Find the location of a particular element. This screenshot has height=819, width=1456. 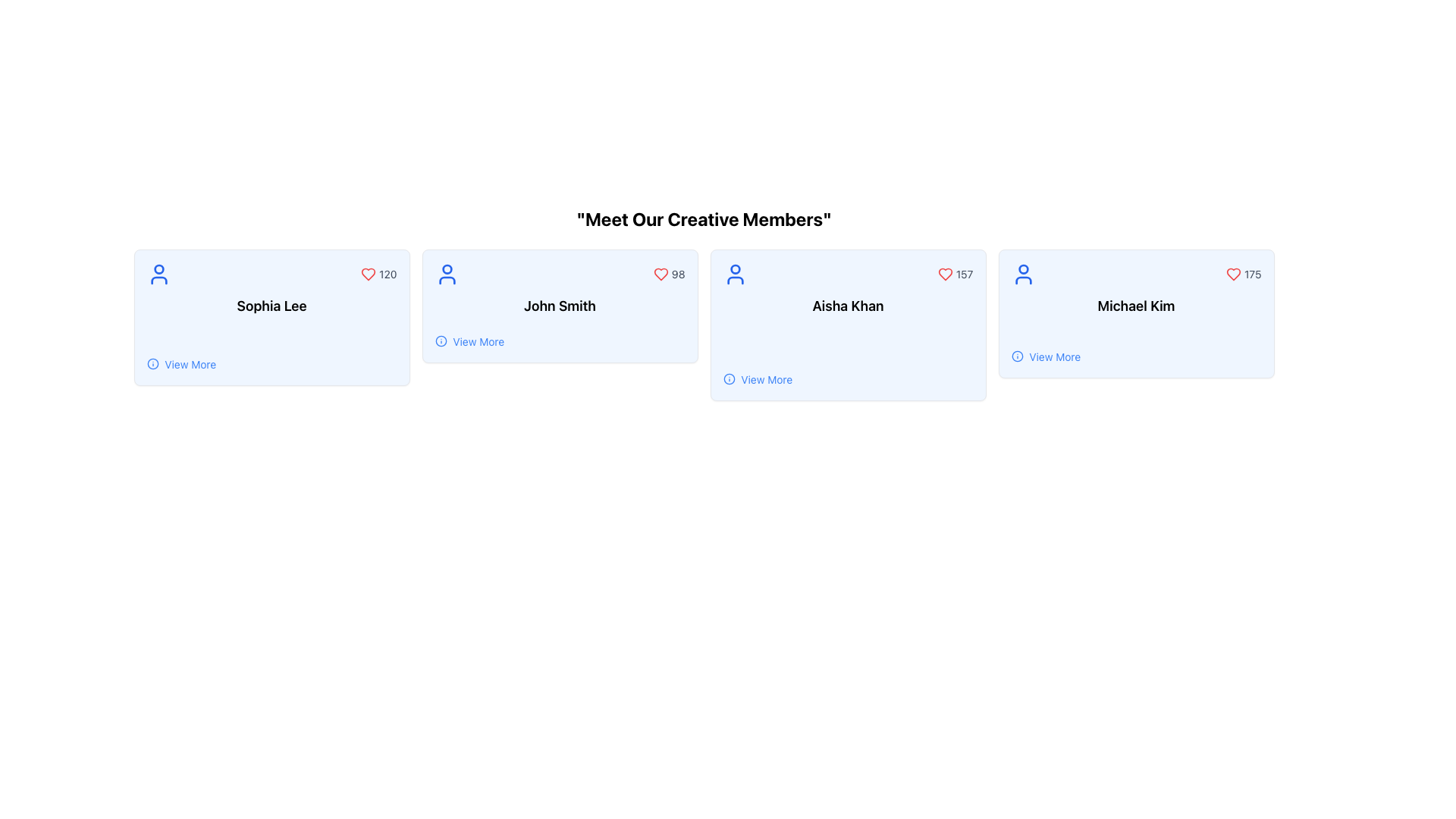

the Interactive Text Link for 'Sophia Lee' is located at coordinates (181, 363).